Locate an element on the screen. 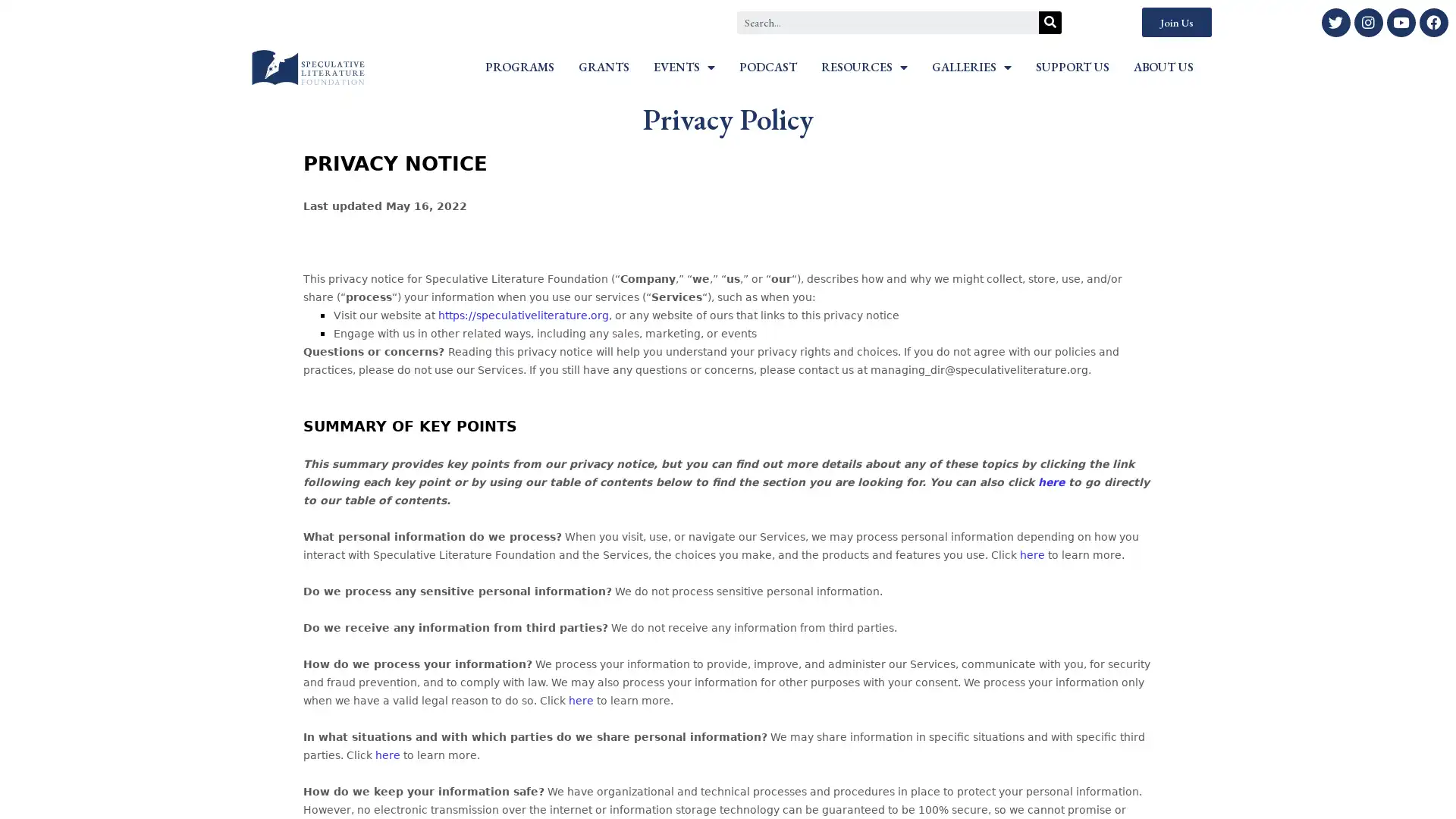  Search is located at coordinates (1050, 22).